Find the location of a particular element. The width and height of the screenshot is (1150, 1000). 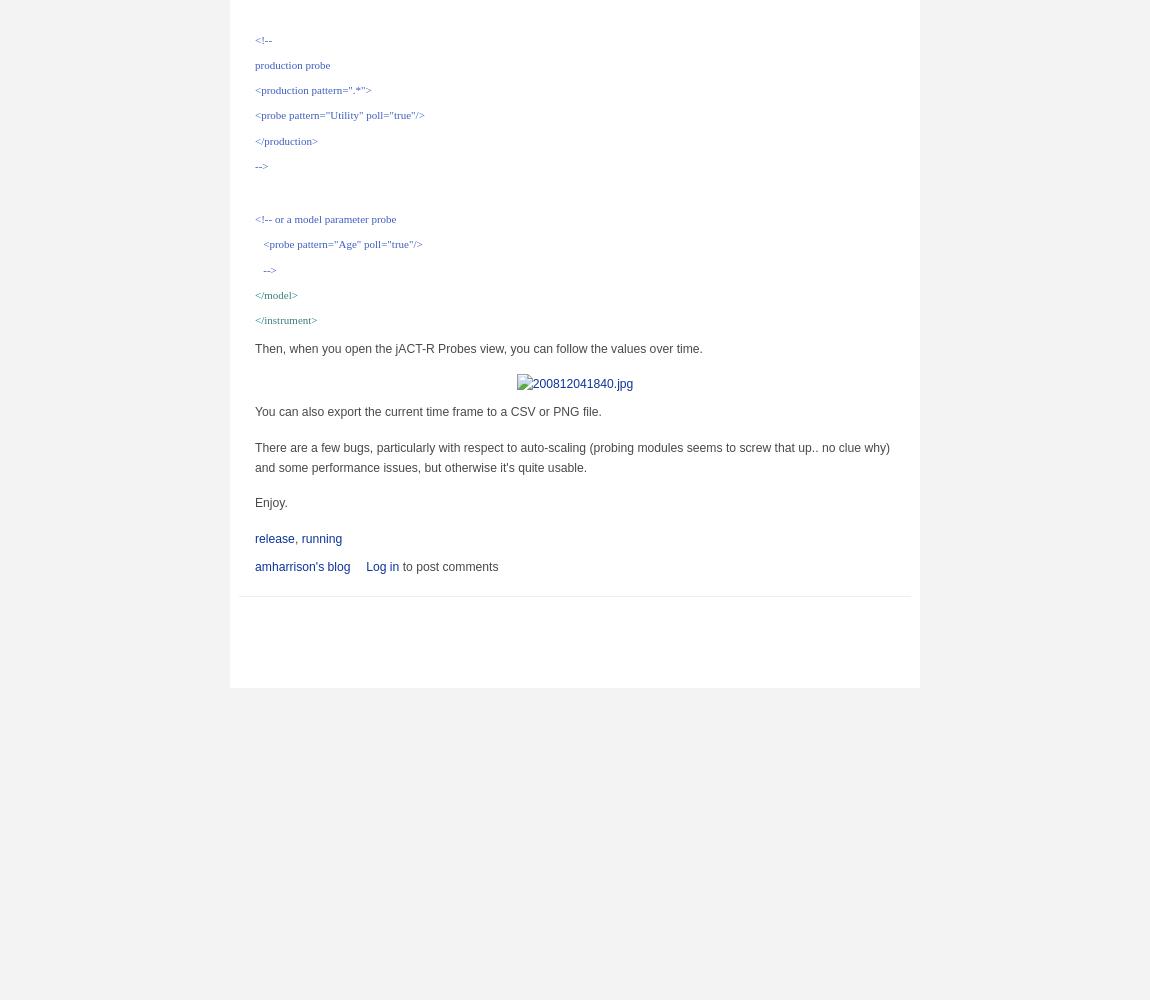

'running' is located at coordinates (321, 538).